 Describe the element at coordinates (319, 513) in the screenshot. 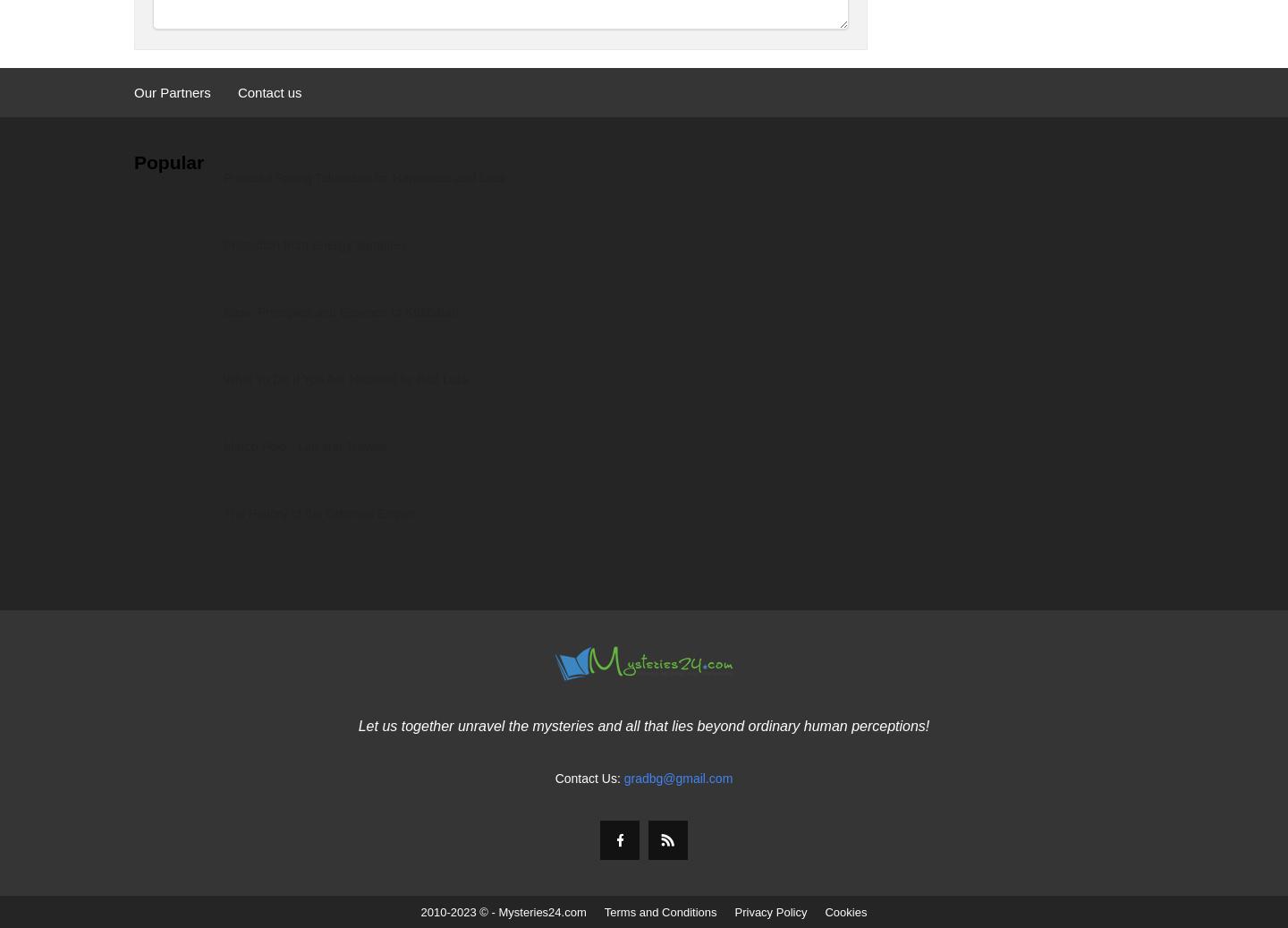

I see `'The History of the Ottoman Empire'` at that location.